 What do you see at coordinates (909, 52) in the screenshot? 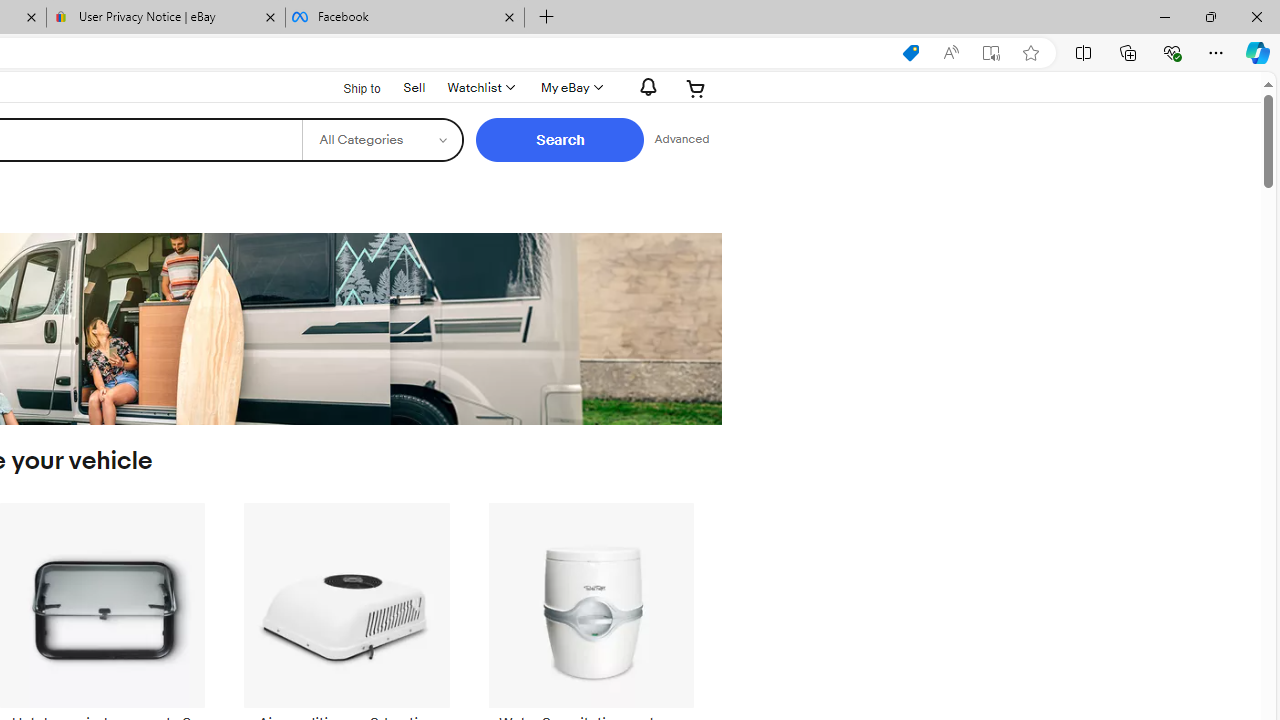
I see `'This site has coupons! Shopping in Microsoft Edge'` at bounding box center [909, 52].